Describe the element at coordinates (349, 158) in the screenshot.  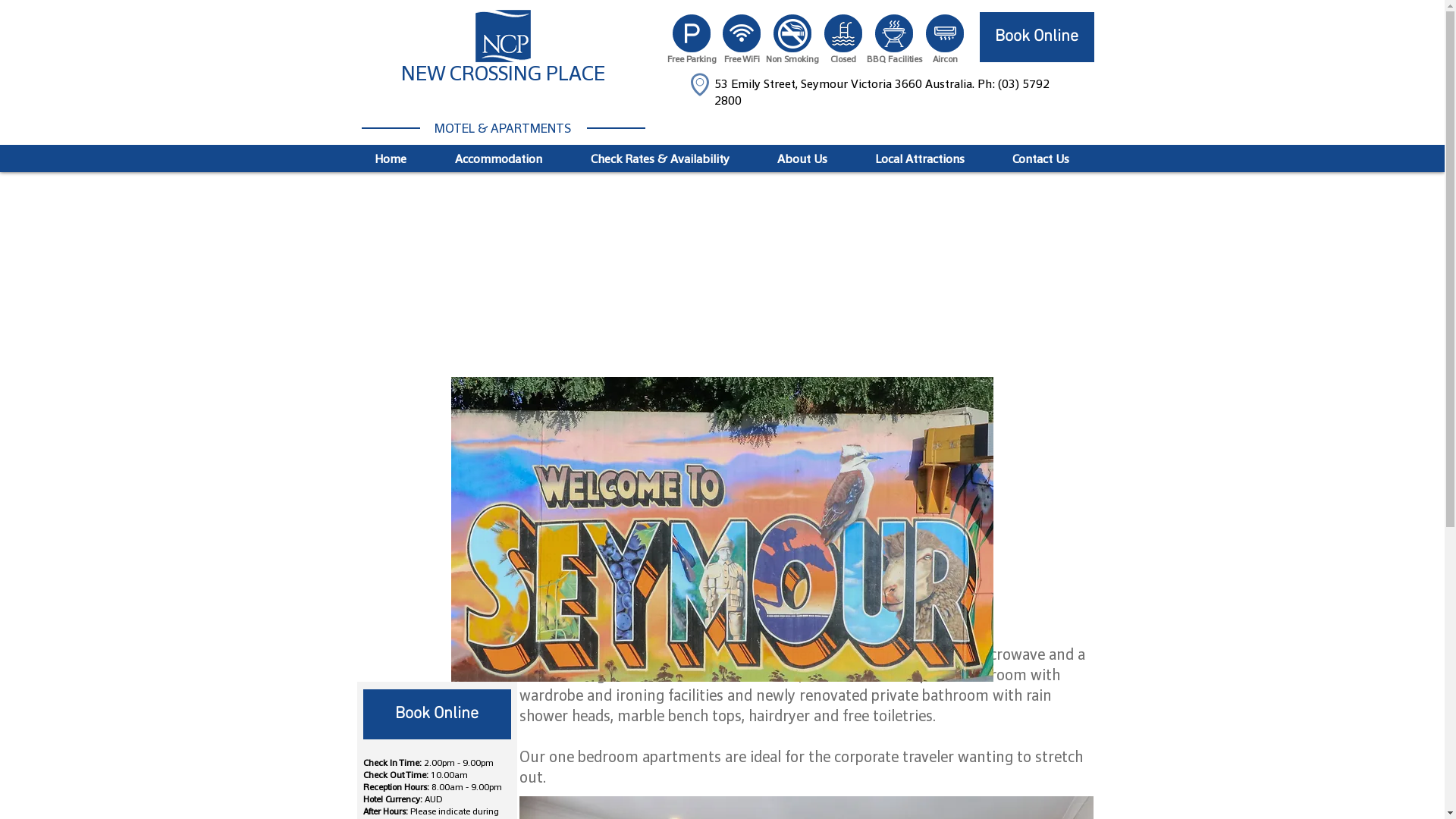
I see `'Home'` at that location.